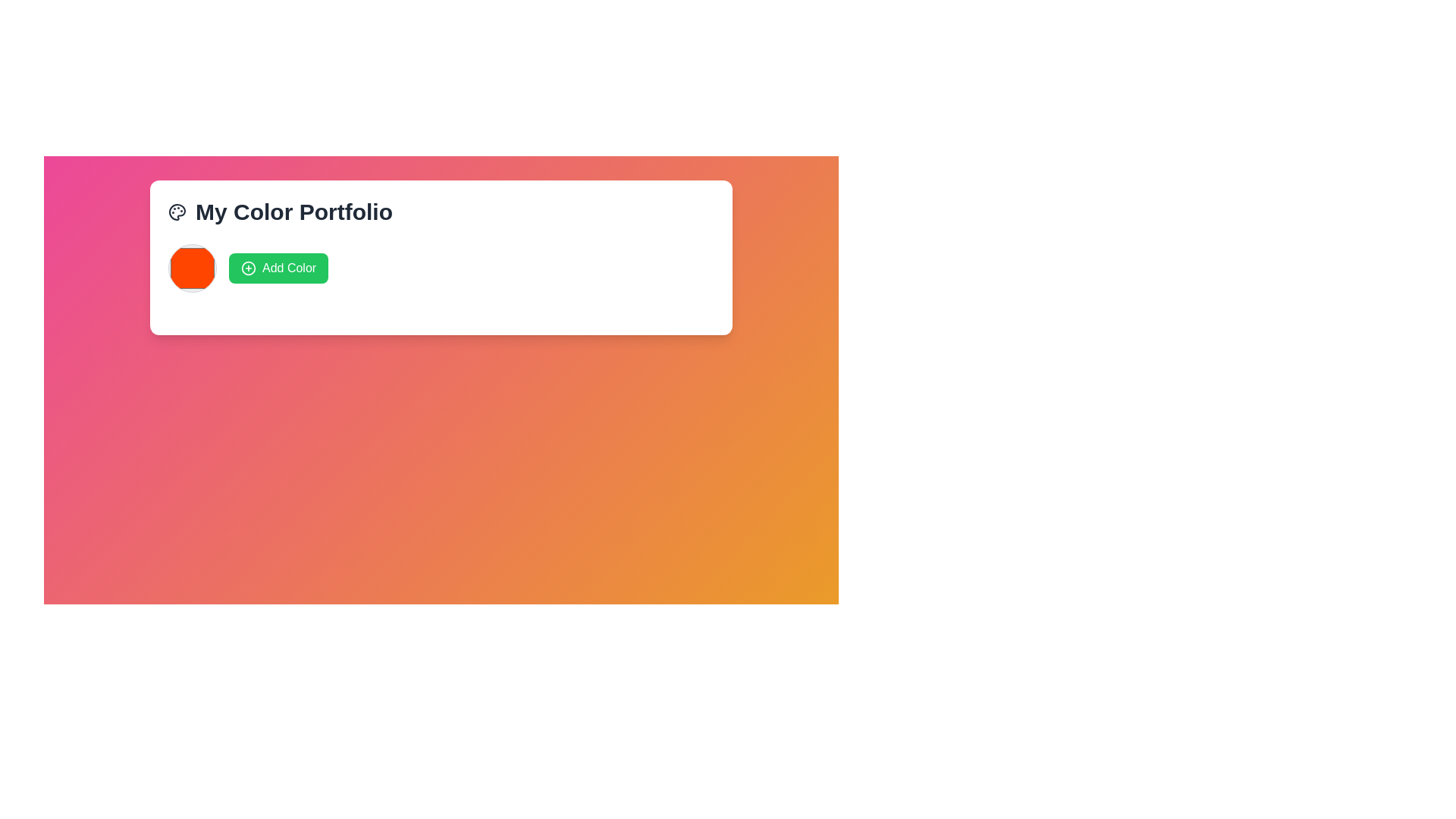 The image size is (1456, 819). I want to click on the circular color selection button located in the 'My Color Portfolio' box, so click(192, 268).